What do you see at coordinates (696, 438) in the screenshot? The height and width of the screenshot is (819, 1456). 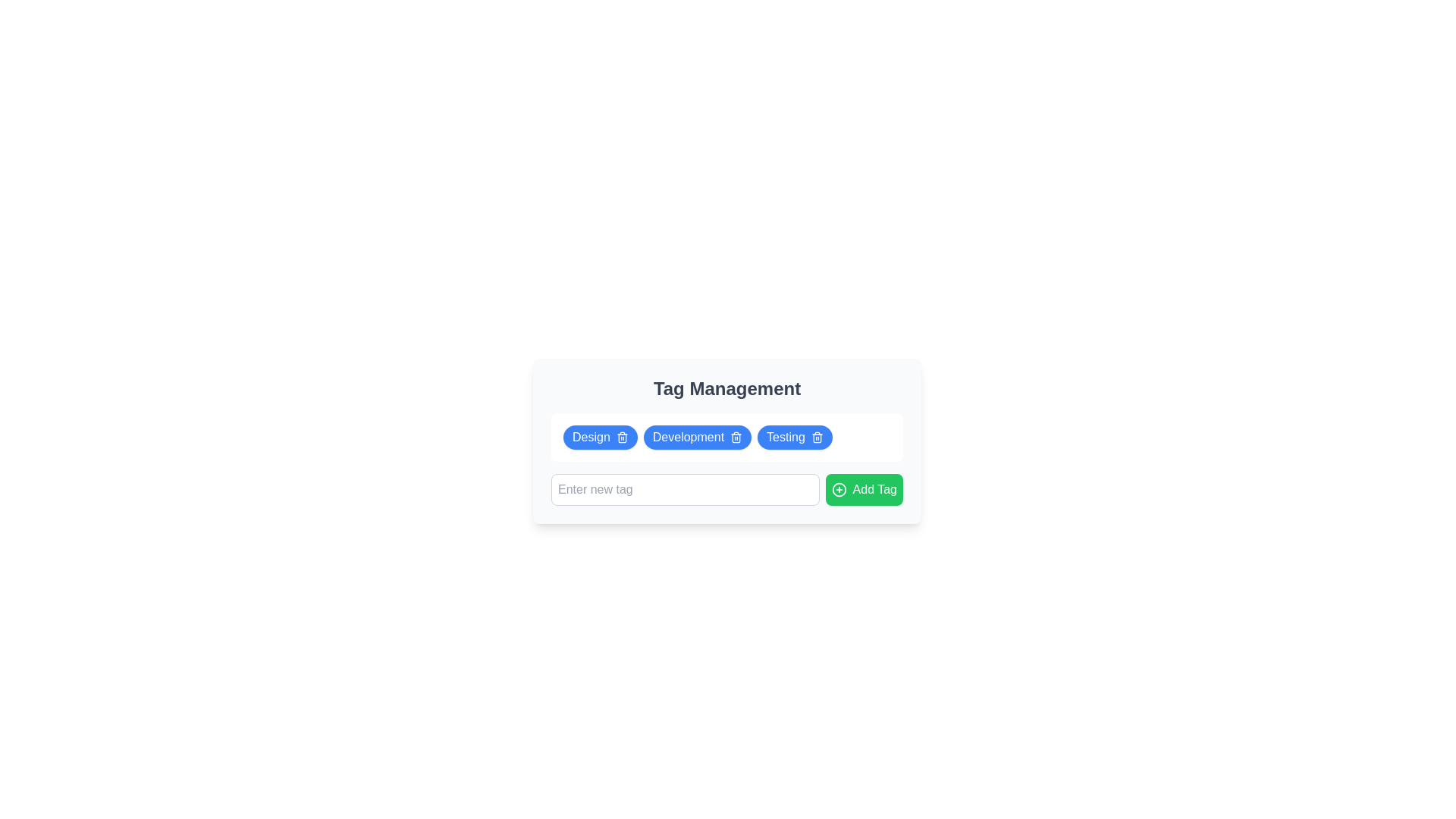 I see `the tag management button that is centrally aligned between the 'Design' button on the left and the 'Testing' button on the right` at bounding box center [696, 438].